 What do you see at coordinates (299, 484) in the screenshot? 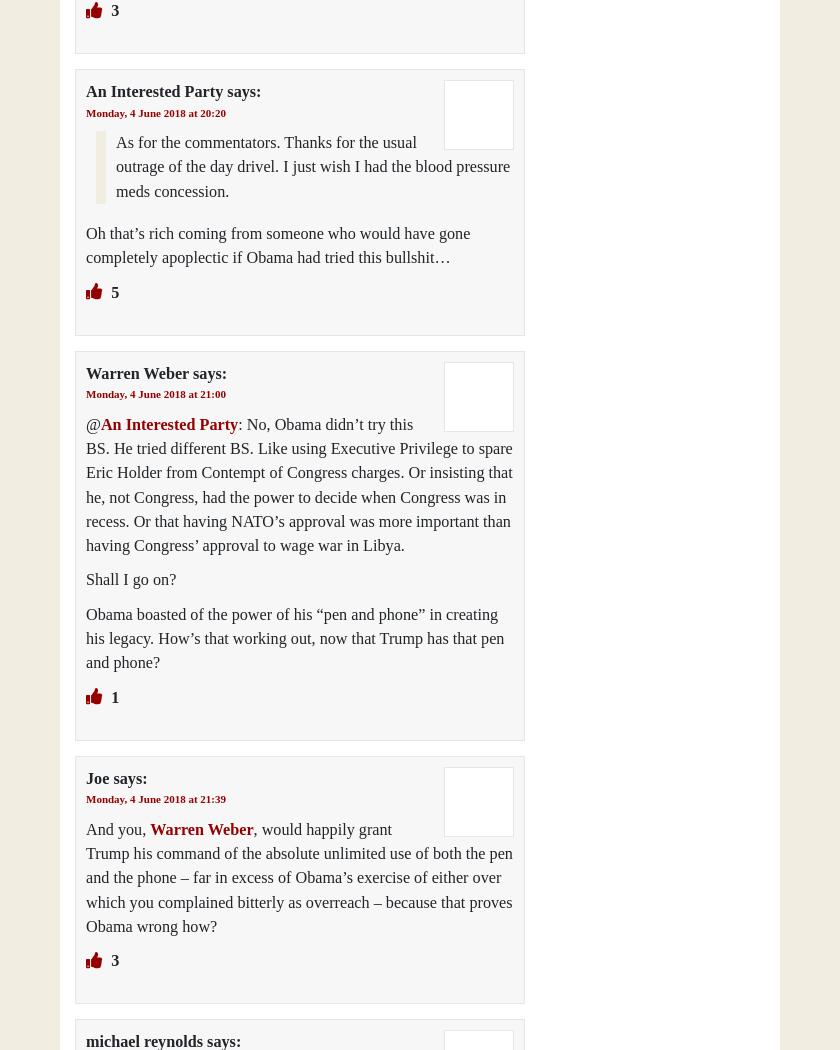
I see `': No, Obama didn’t try this BS. He tried different BS. Like using Executive Privilege to spare Eric Holder from Contempt of Congress charges. Or insisting that he, not Congress, had the power to decide when Congress was in recess. Or that having NATO’s approval was more important than having Congress’ approval to wage war in Libya.'` at bounding box center [299, 484].